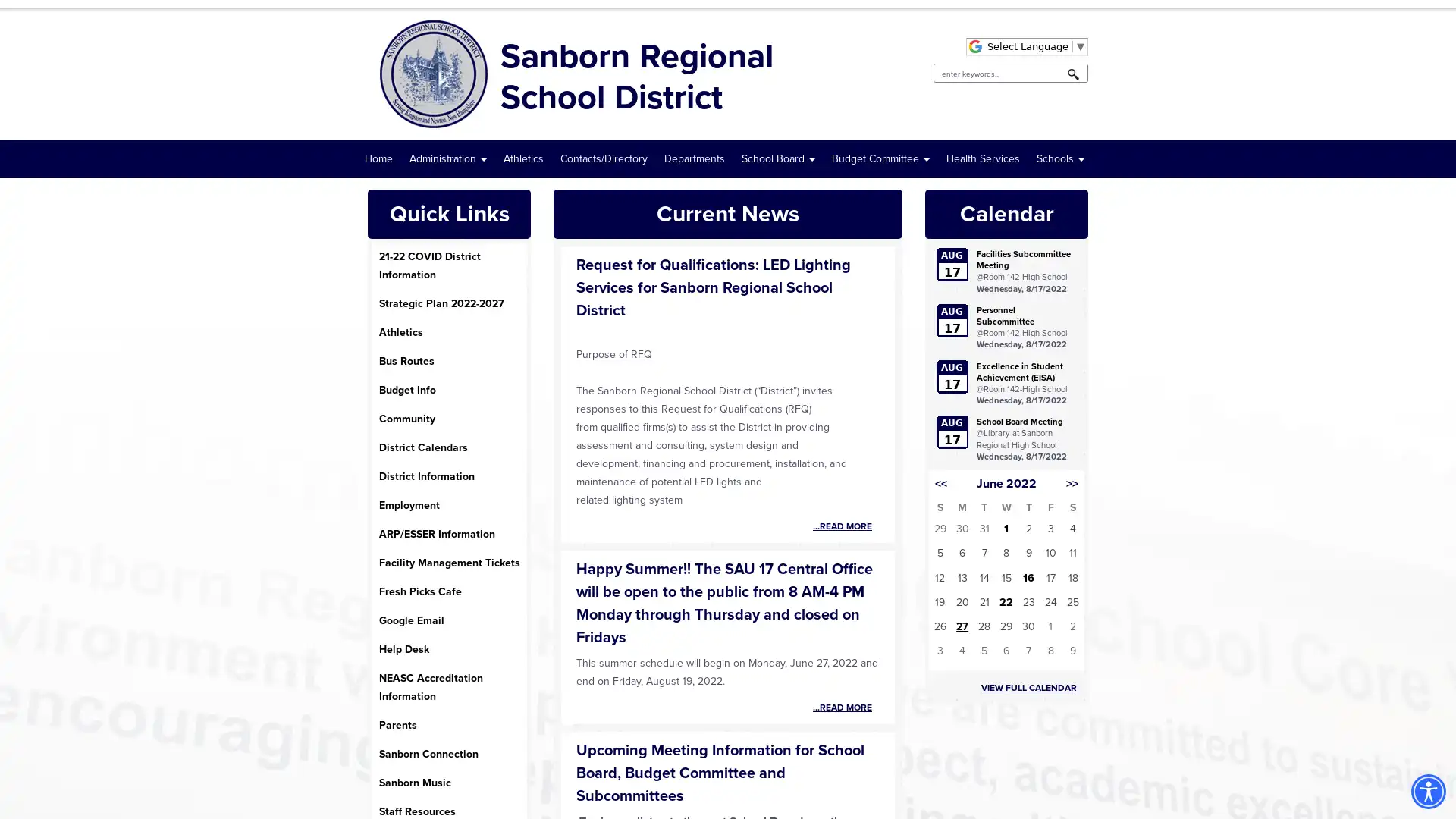  Describe the element at coordinates (1427, 791) in the screenshot. I see `Accessibility Menu` at that location.